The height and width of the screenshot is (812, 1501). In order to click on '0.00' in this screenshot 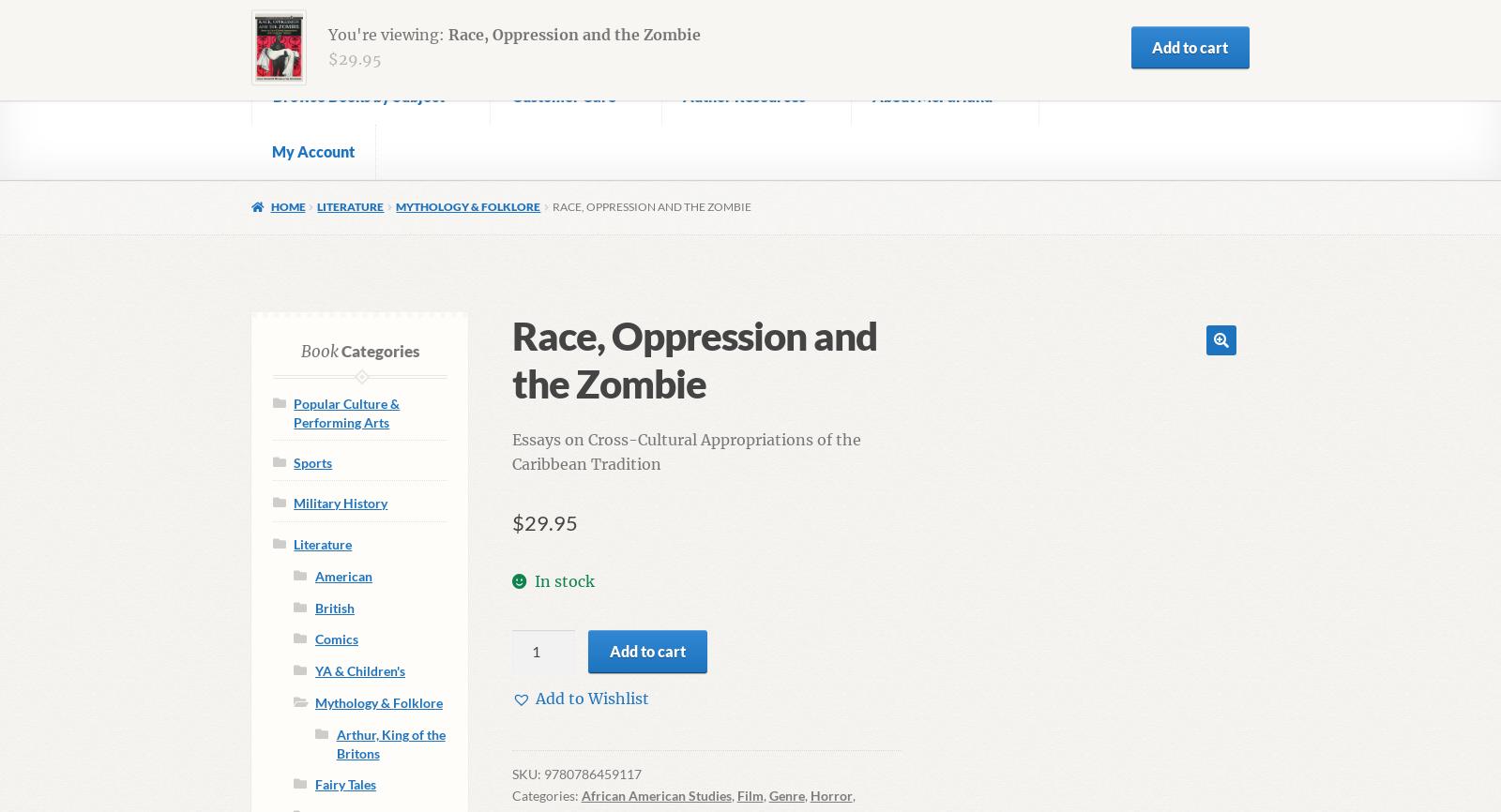, I will do `click(1087, 30)`.